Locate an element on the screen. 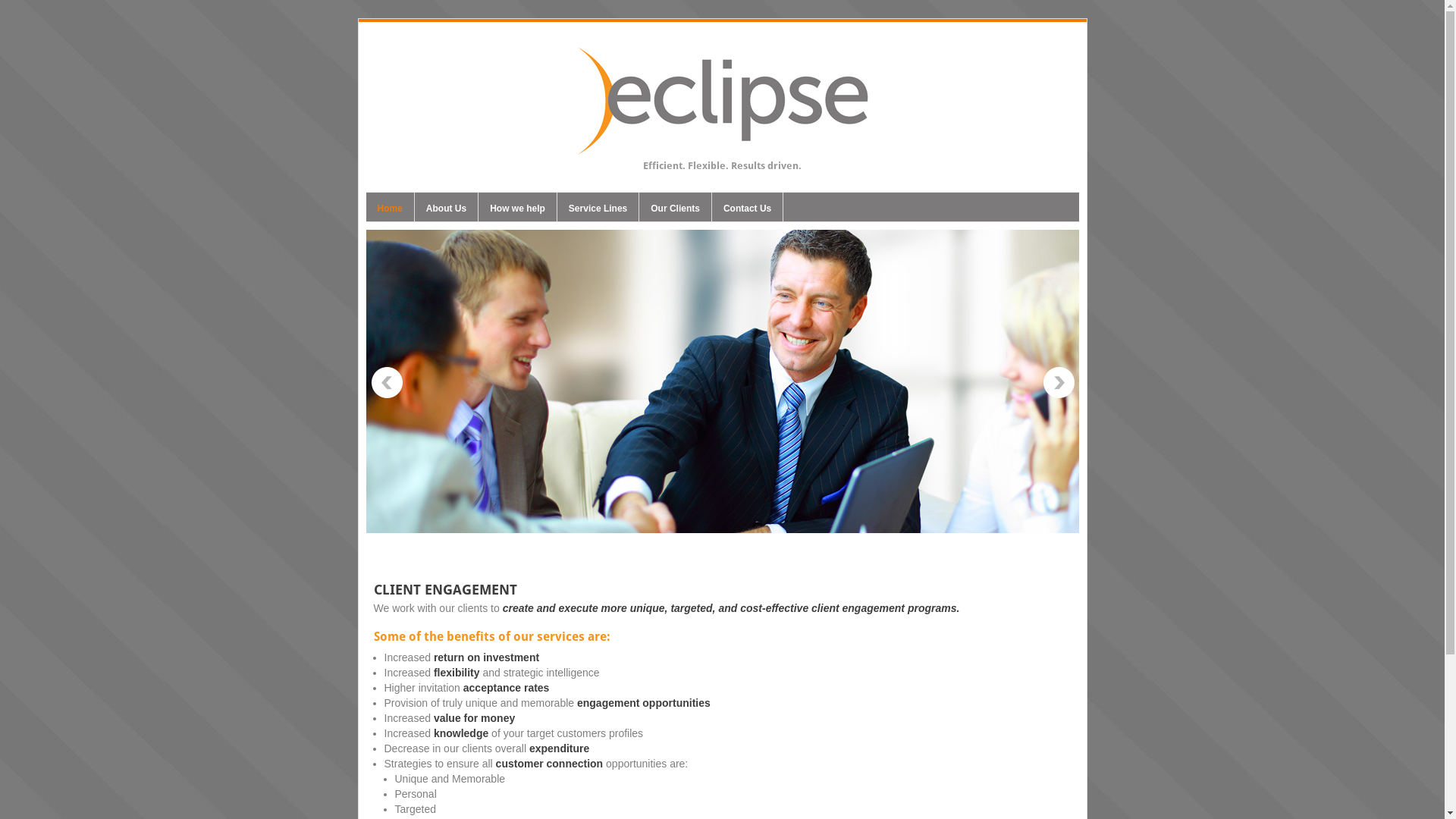 Image resolution: width=1456 pixels, height=819 pixels. 'Contact Us' is located at coordinates (747, 210).